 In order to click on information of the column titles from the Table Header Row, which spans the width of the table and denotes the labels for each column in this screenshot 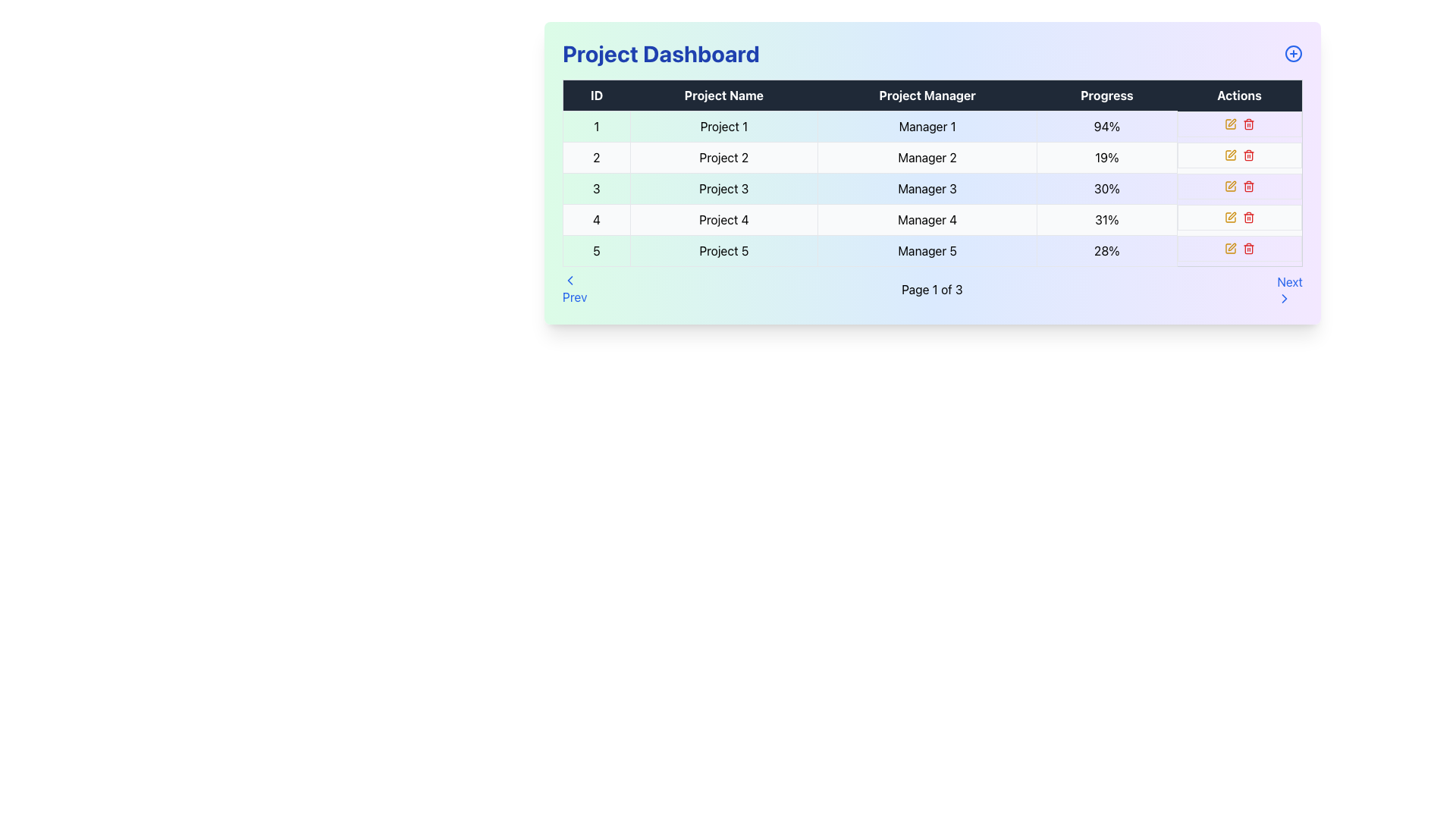, I will do `click(931, 96)`.